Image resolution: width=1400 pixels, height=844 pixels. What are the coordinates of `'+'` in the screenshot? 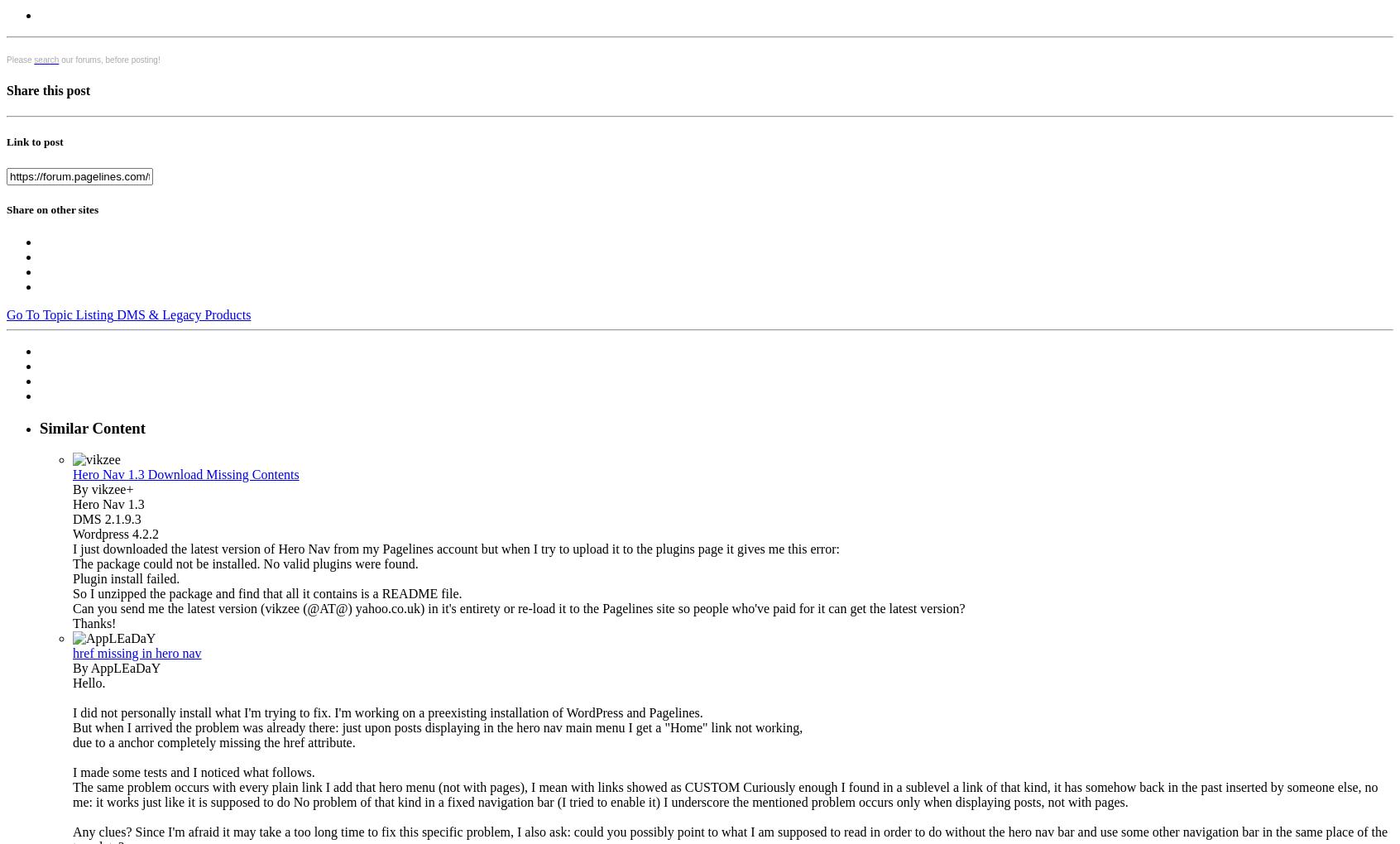 It's located at (128, 489).